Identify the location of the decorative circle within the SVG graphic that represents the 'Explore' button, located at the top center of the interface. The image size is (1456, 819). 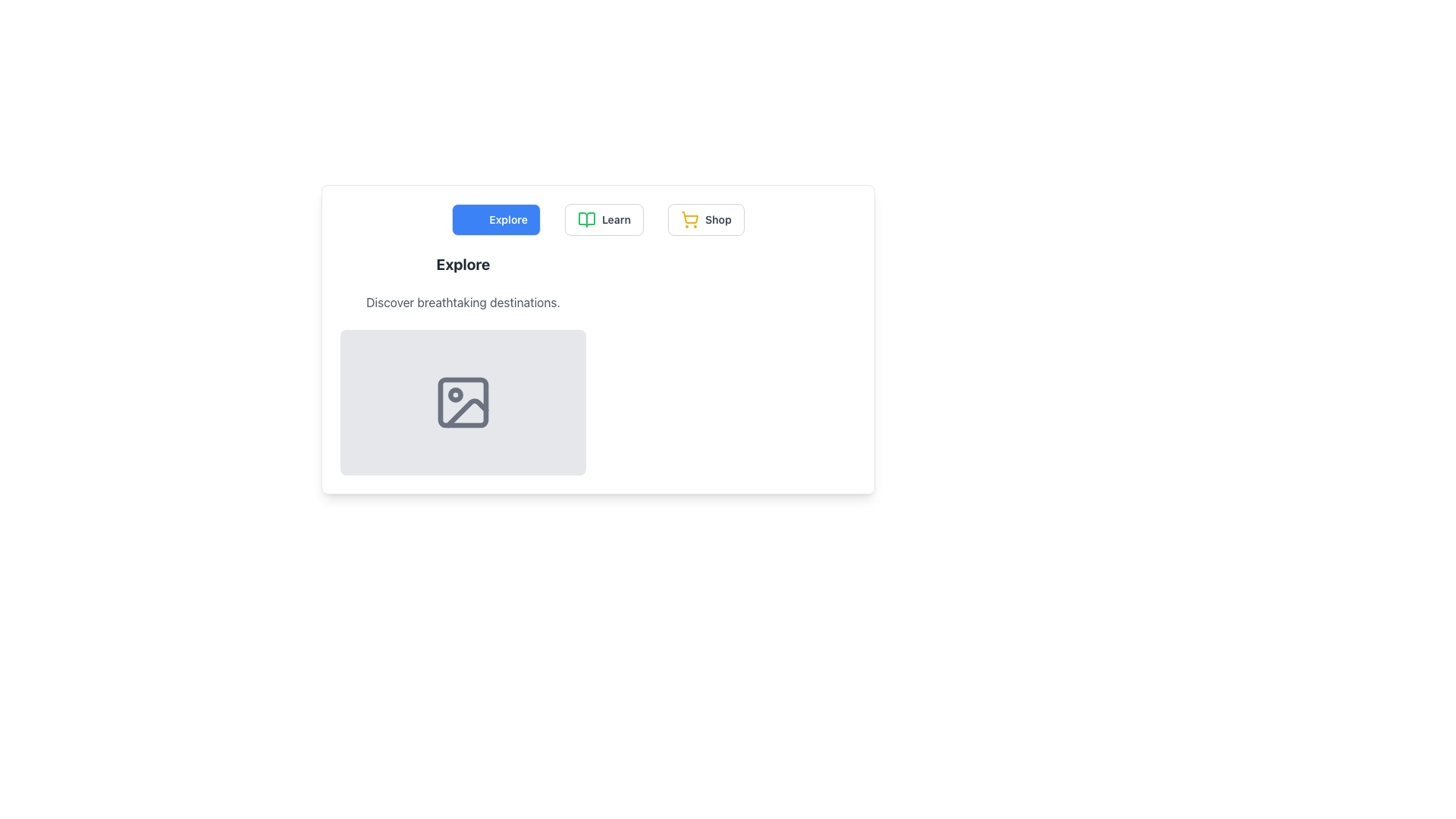
(473, 219).